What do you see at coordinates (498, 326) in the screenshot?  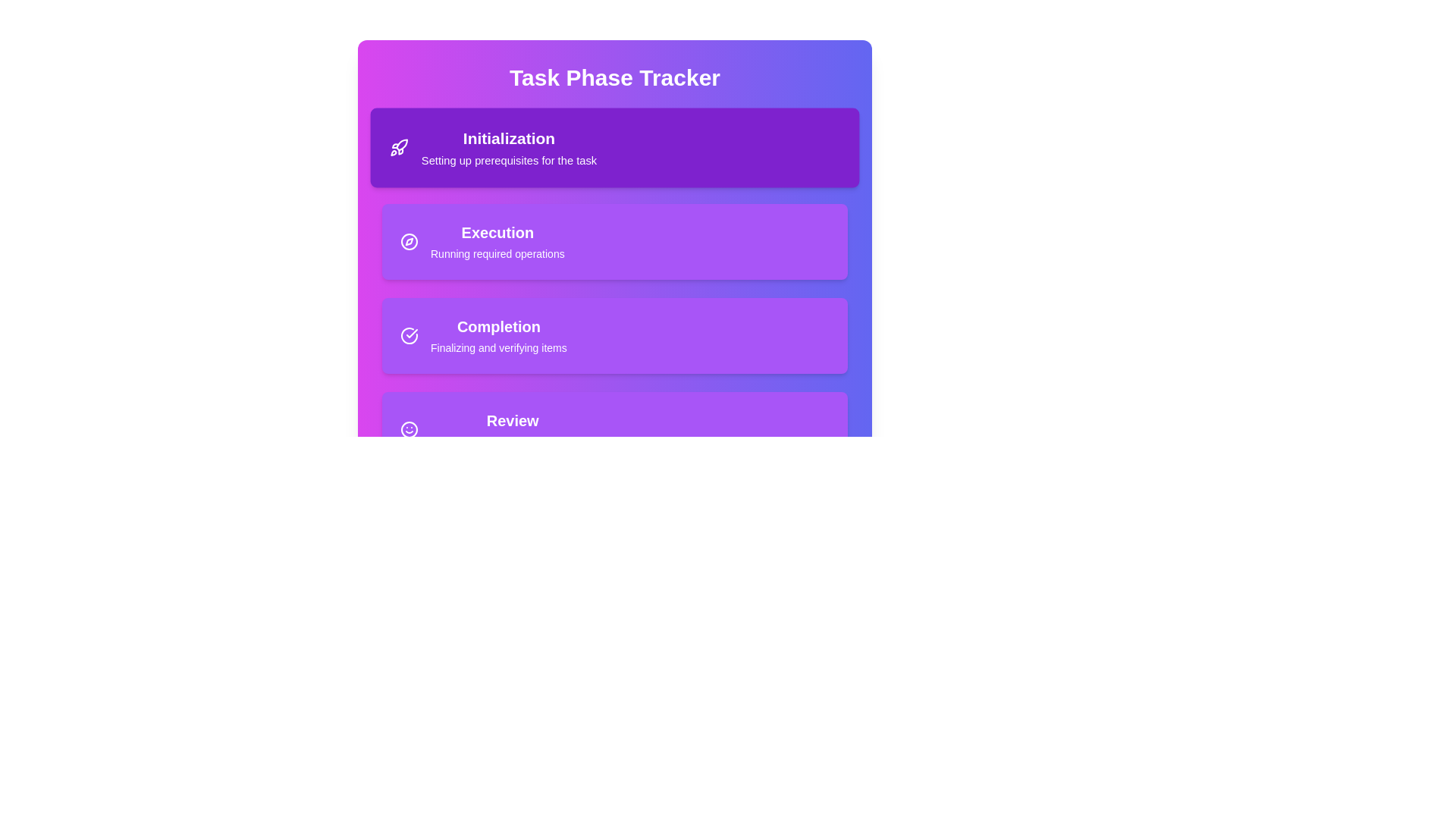 I see `the 'Completion' phase label, which is the bold title in the third item of the vertical list of task phases, located between 'Execution' and 'Review'` at bounding box center [498, 326].